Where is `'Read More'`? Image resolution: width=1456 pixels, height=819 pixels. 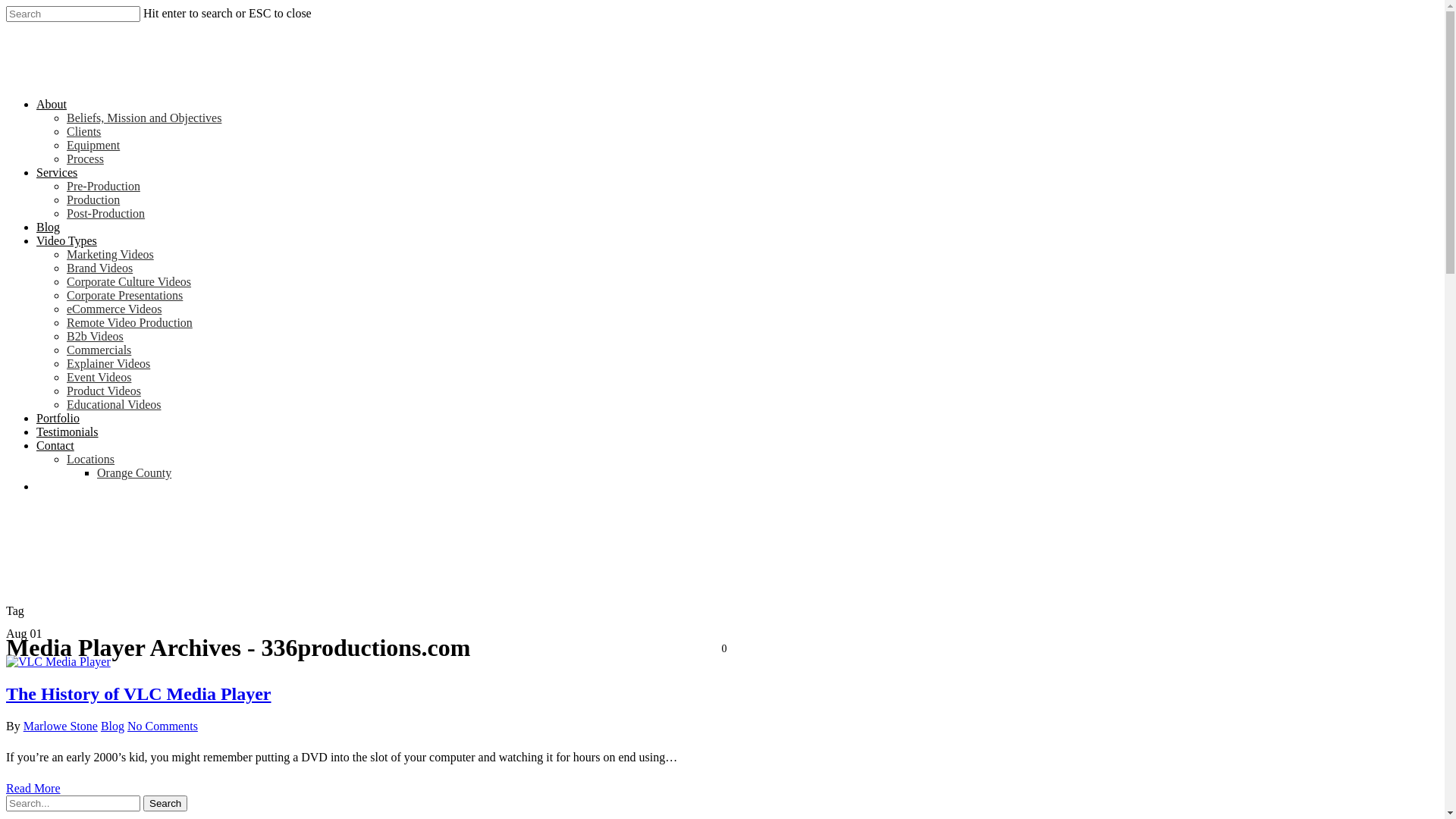 'Read More' is located at coordinates (33, 787).